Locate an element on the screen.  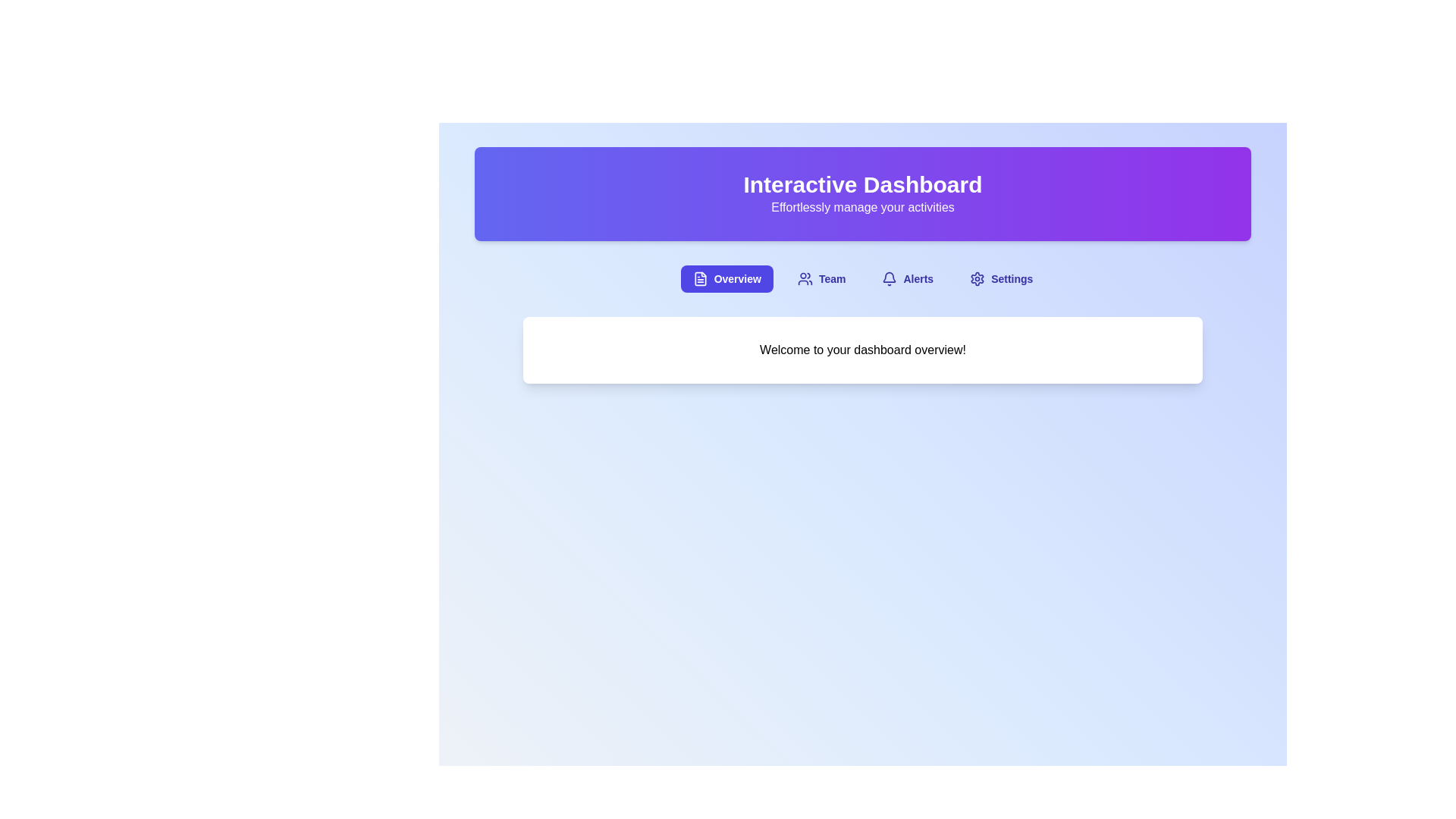
the subtitle text element located directly below the 'Interactive Dashboard' title in the header section with a gradient background is located at coordinates (862, 207).